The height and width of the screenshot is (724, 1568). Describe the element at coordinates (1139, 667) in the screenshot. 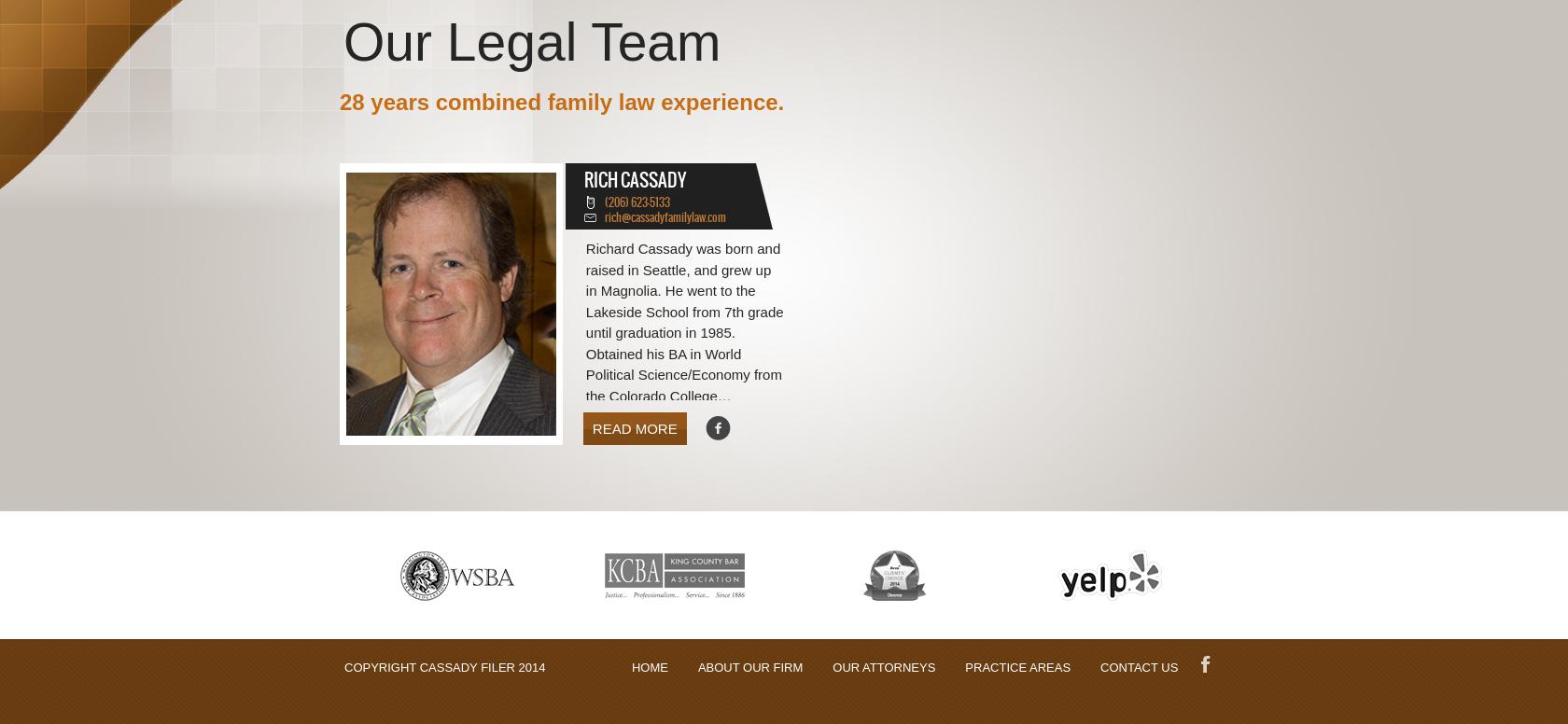

I see `'CONTACT US'` at that location.